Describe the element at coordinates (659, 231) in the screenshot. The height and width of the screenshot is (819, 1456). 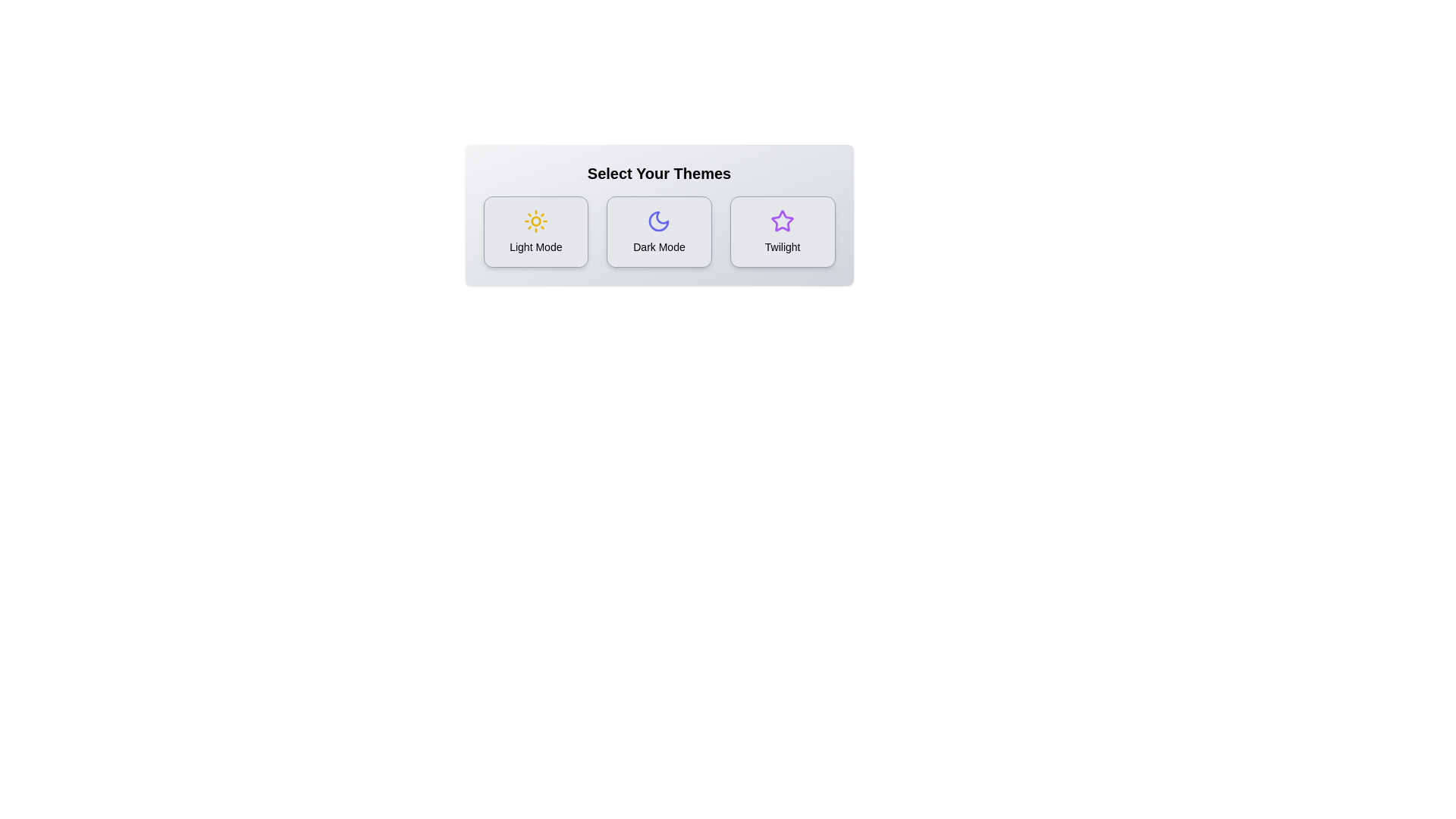
I see `the 'Dark Mode' button to toggle its selection` at that location.